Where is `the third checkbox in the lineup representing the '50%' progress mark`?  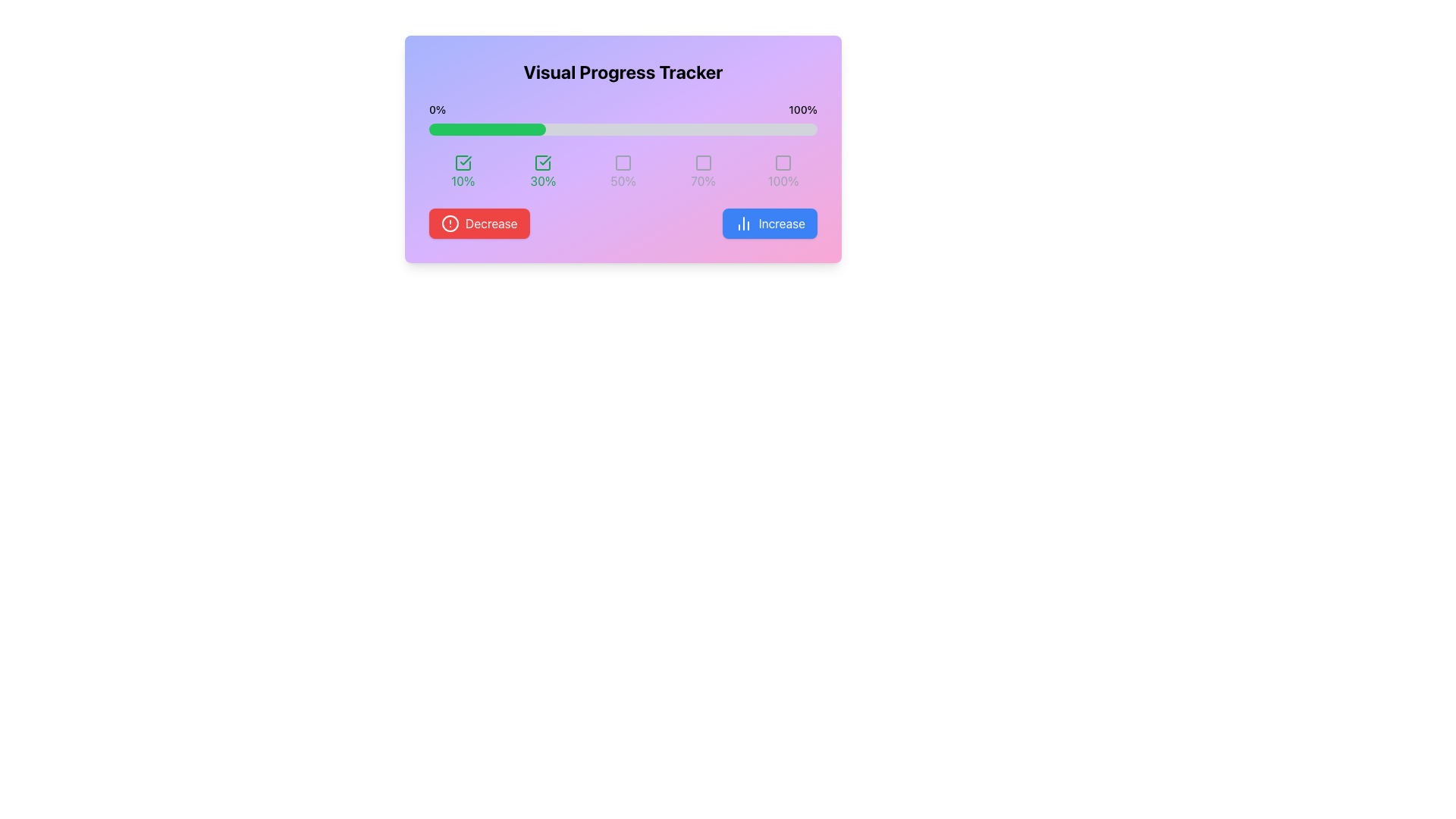
the third checkbox in the lineup representing the '50%' progress mark is located at coordinates (623, 163).